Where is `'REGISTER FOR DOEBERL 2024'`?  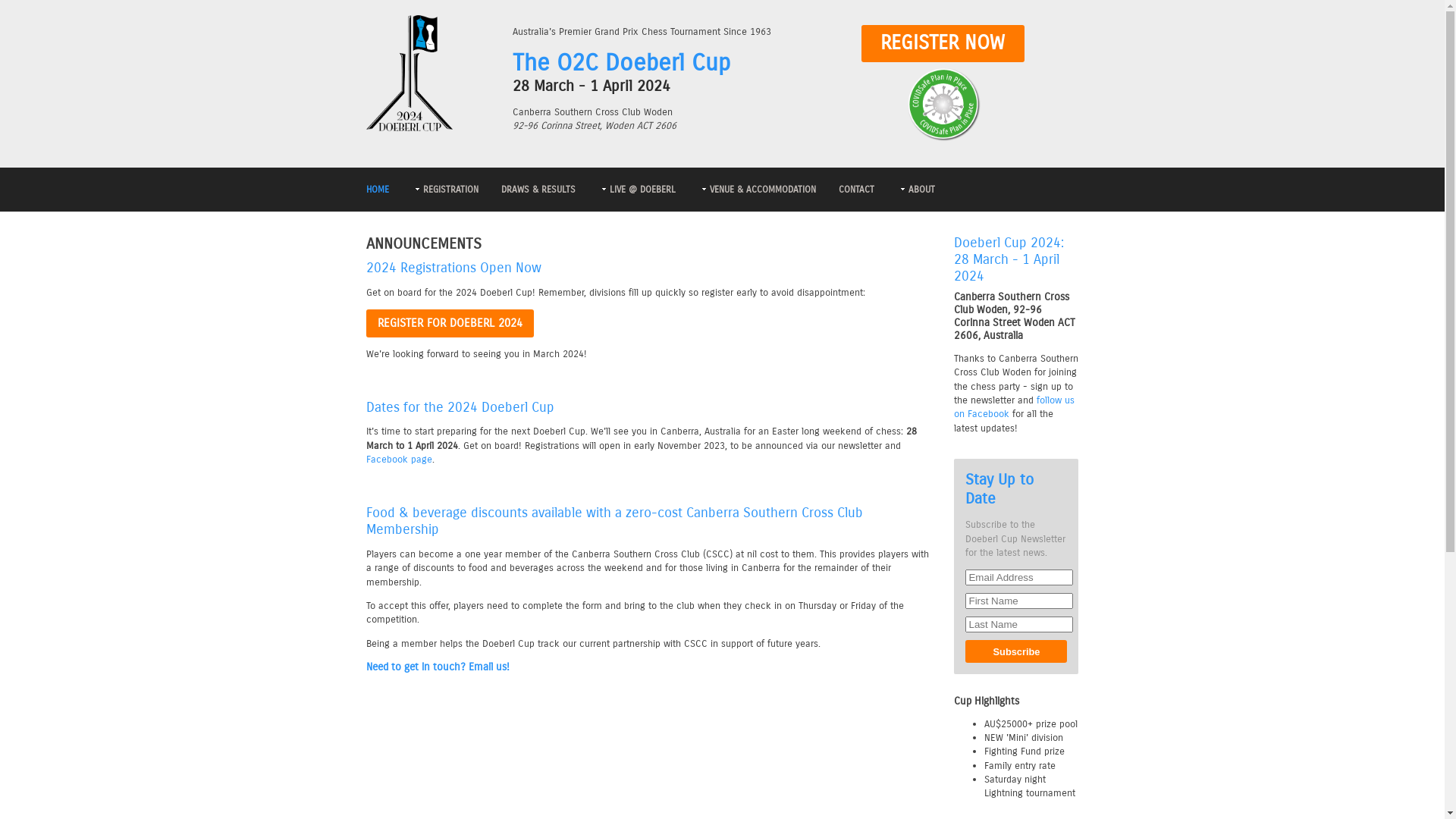
'REGISTER FOR DOEBERL 2024' is located at coordinates (449, 322).